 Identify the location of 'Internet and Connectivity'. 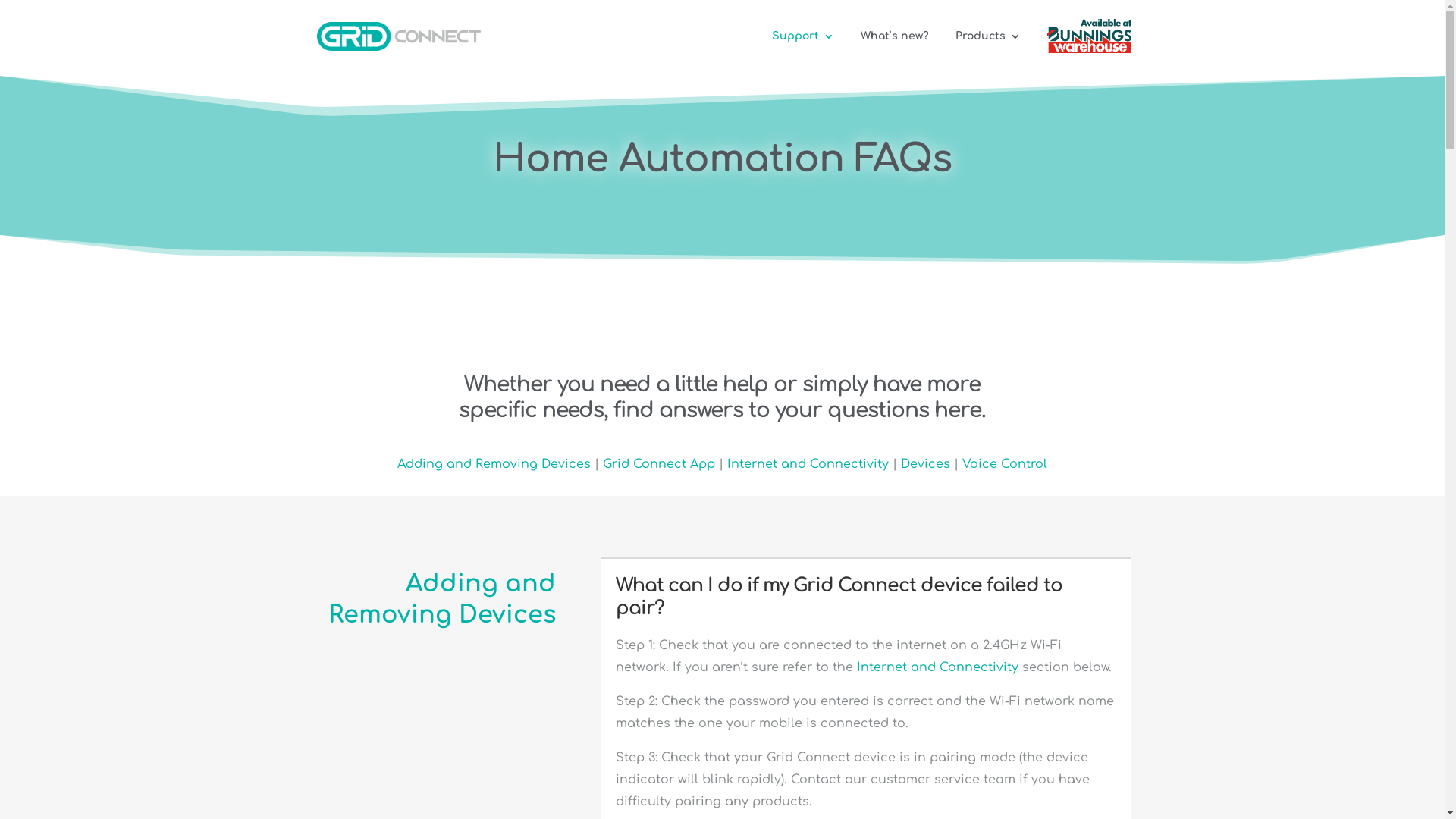
(937, 666).